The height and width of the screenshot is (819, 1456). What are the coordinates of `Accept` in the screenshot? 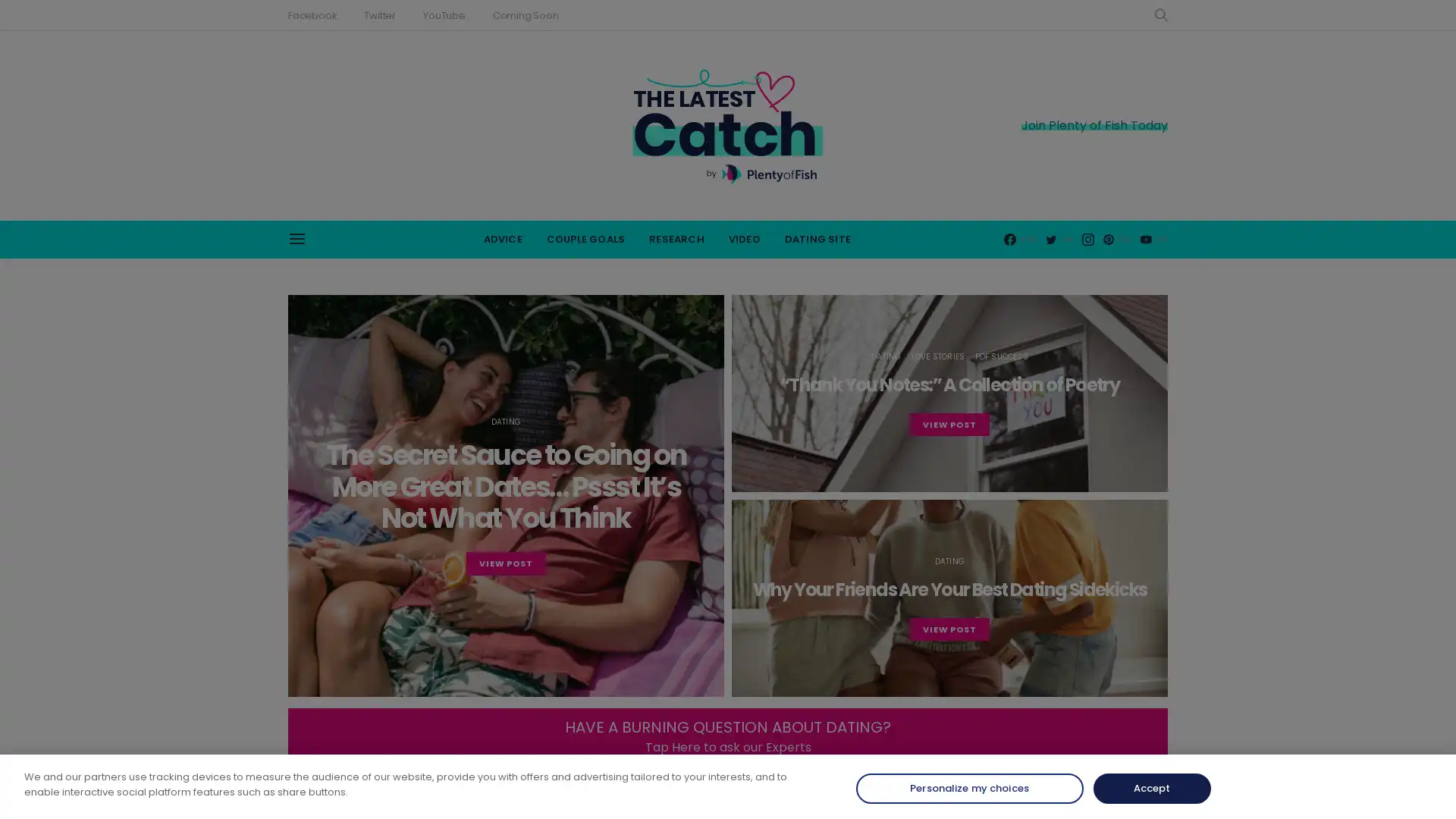 It's located at (1151, 788).